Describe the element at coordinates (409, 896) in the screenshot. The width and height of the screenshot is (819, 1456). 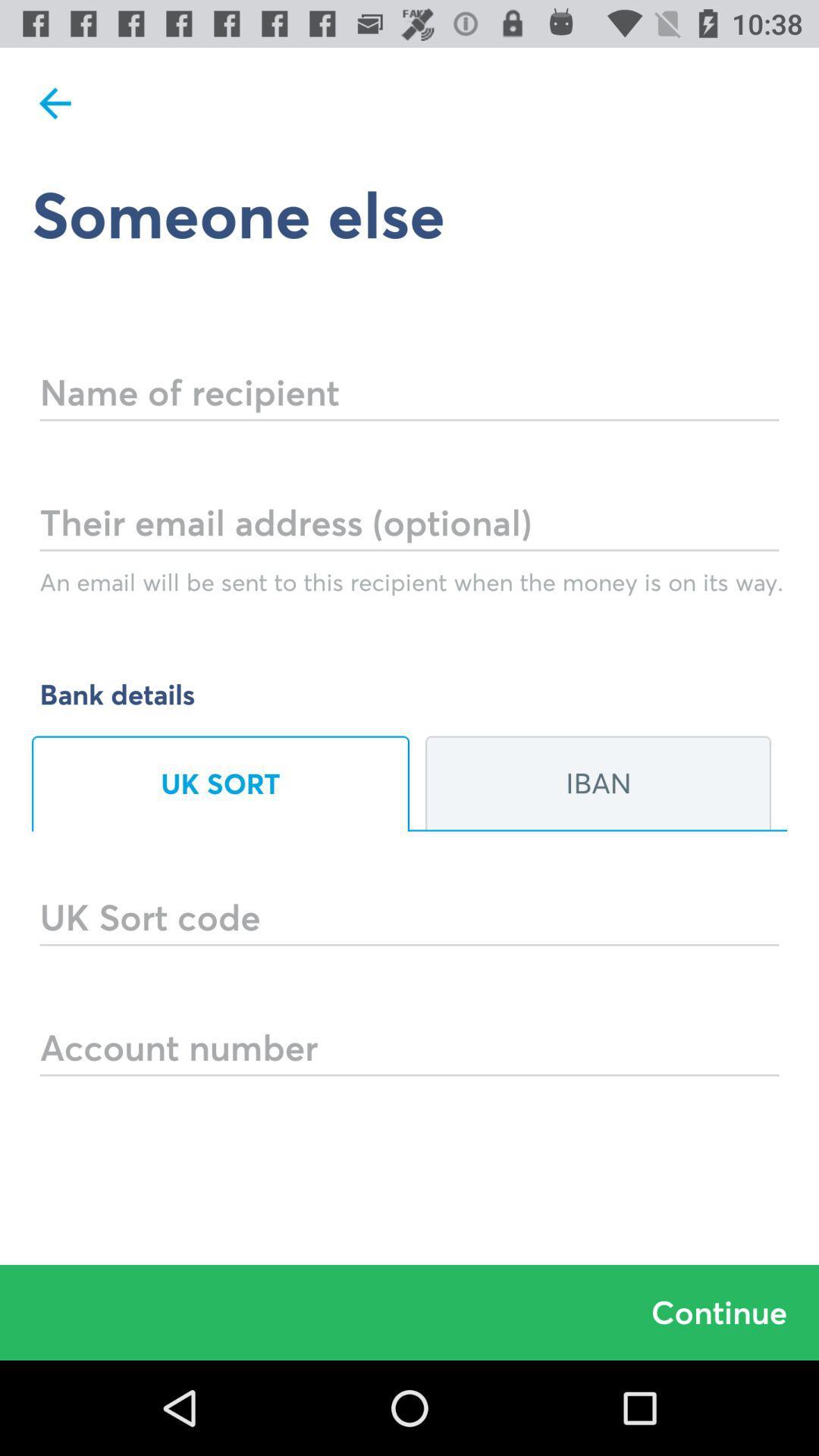
I see `the text which is immediately above account number` at that location.